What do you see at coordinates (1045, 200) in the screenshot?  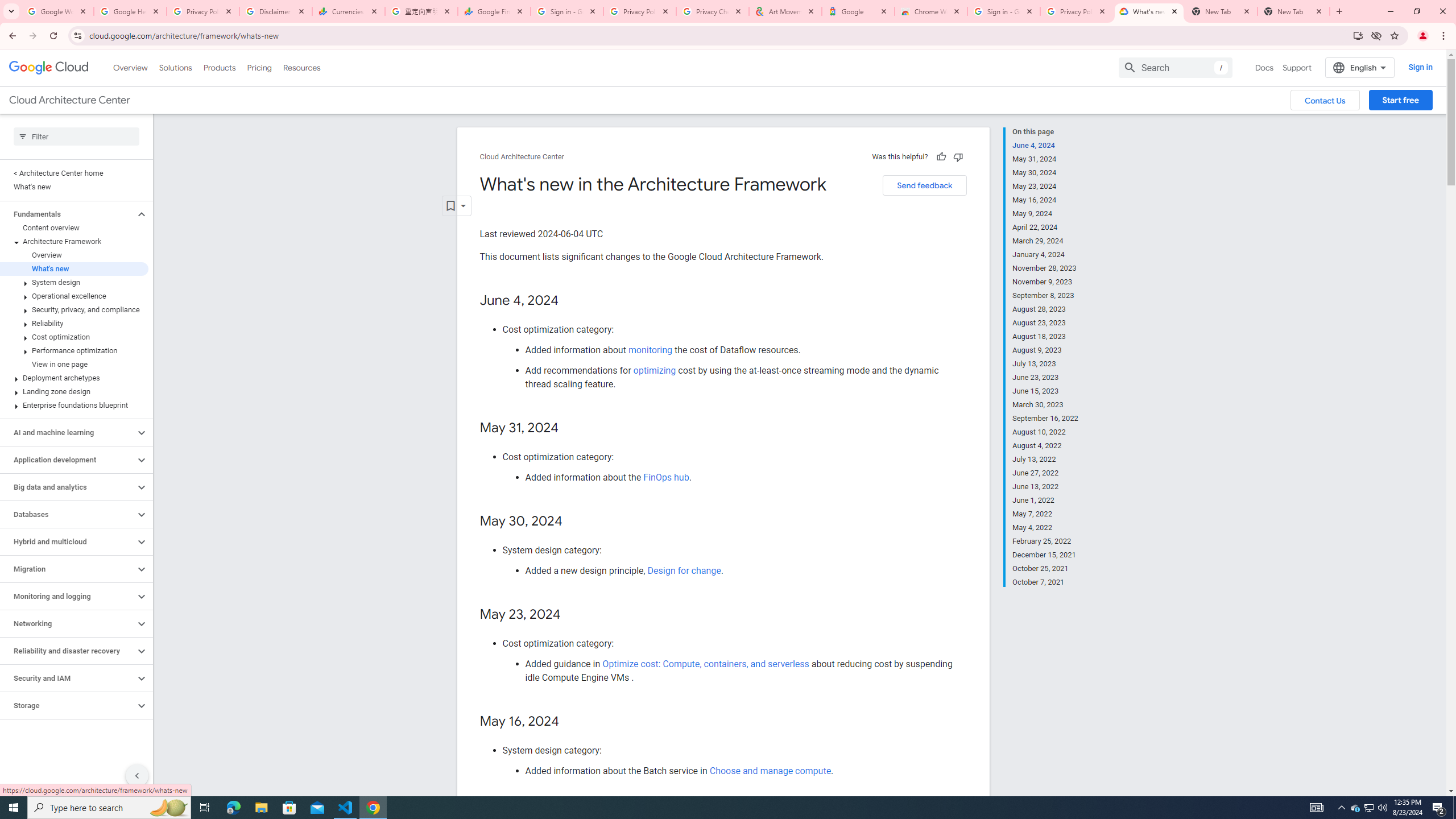 I see `'May 16, 2024'` at bounding box center [1045, 200].